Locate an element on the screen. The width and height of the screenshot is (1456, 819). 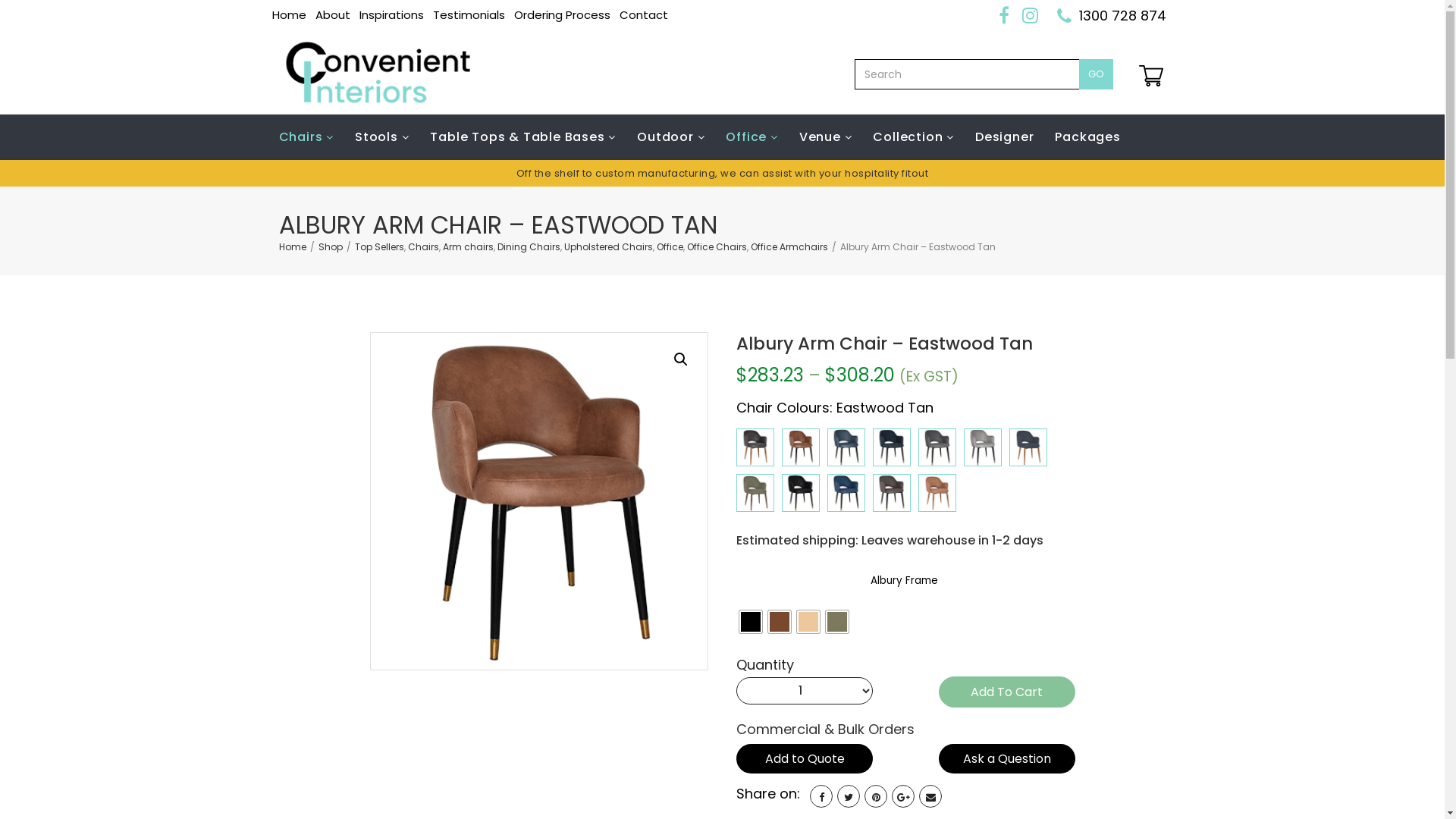
'Metal Light Walnut' is located at coordinates (767, 622).